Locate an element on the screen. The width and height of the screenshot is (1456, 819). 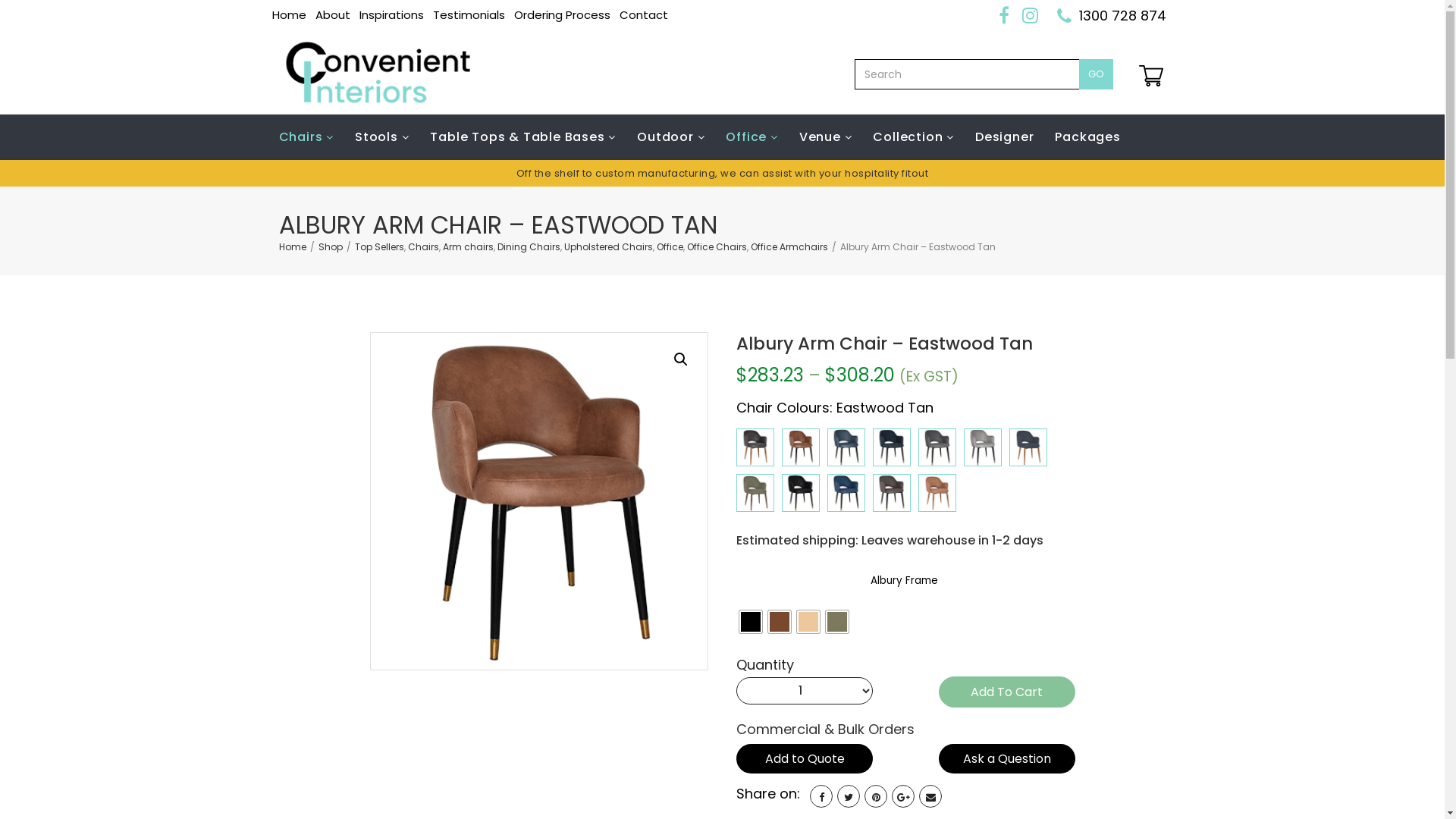
'Metal Light Walnut' is located at coordinates (767, 622).